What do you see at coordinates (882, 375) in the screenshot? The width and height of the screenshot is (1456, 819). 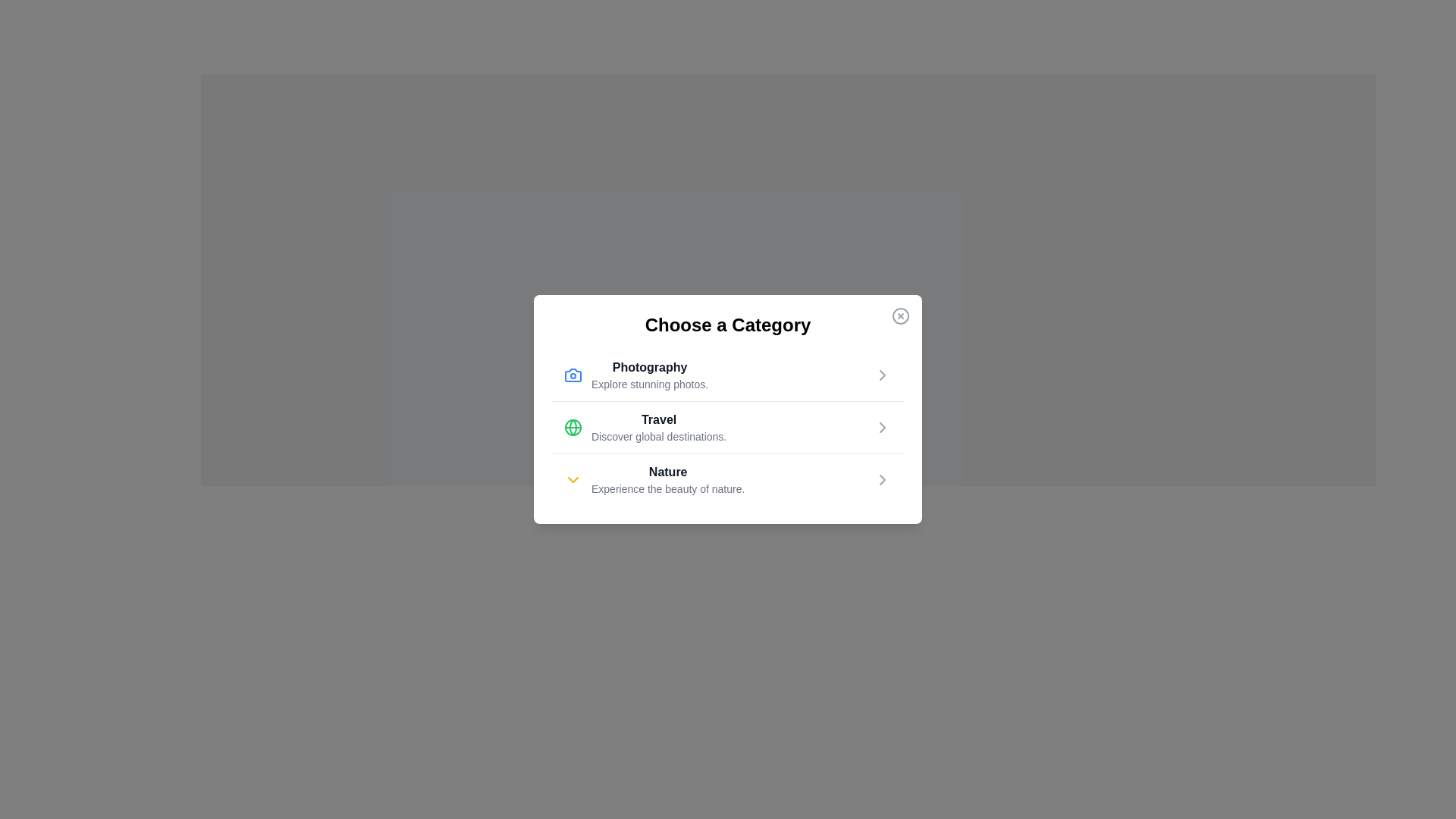 I see `the navigability icon for the 'Photography' category located in the first item of the category list, aligned to the right of the item's label` at bounding box center [882, 375].